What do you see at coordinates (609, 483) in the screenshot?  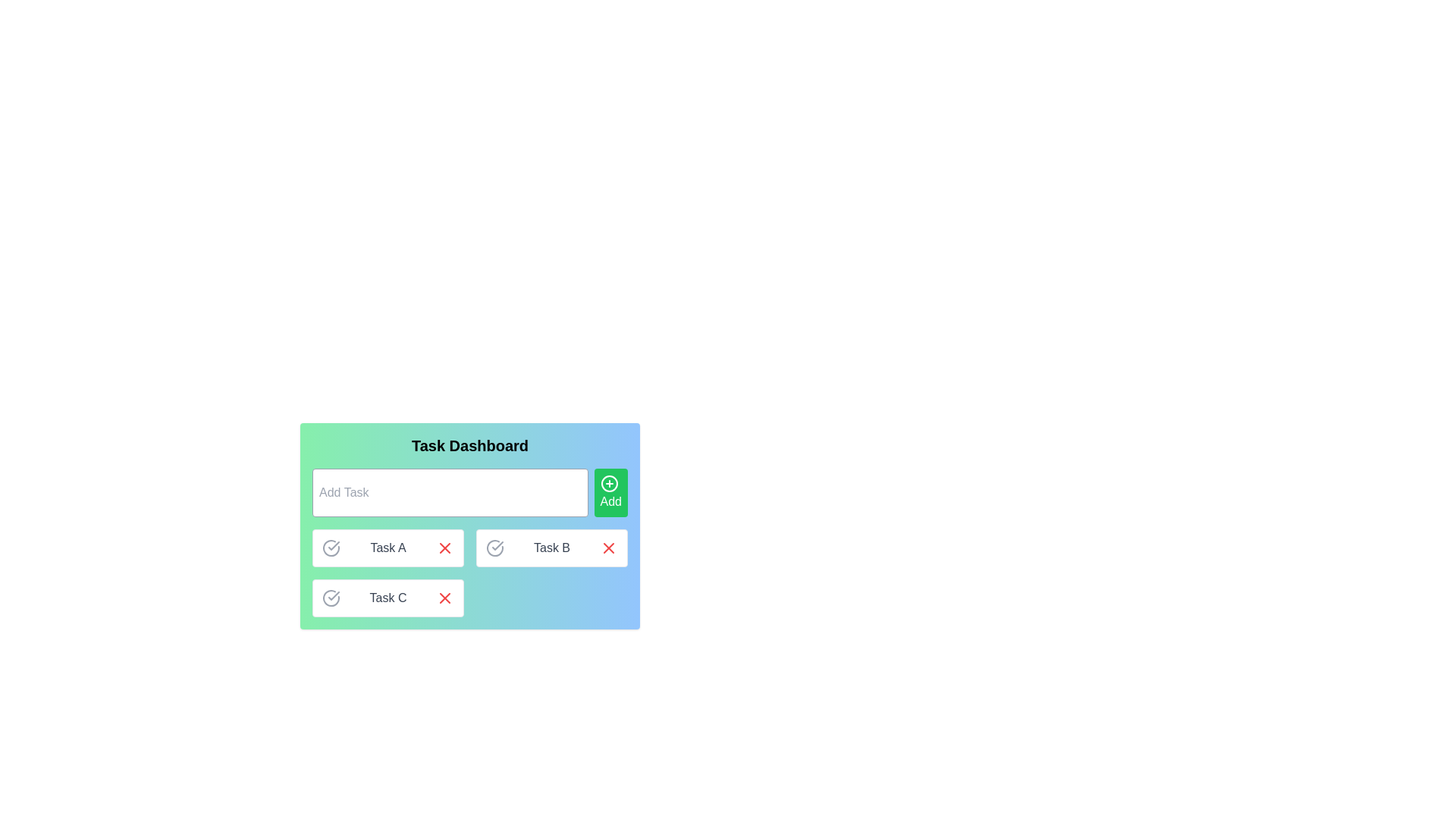 I see `the 'Add' icon in the task dashboard header` at bounding box center [609, 483].